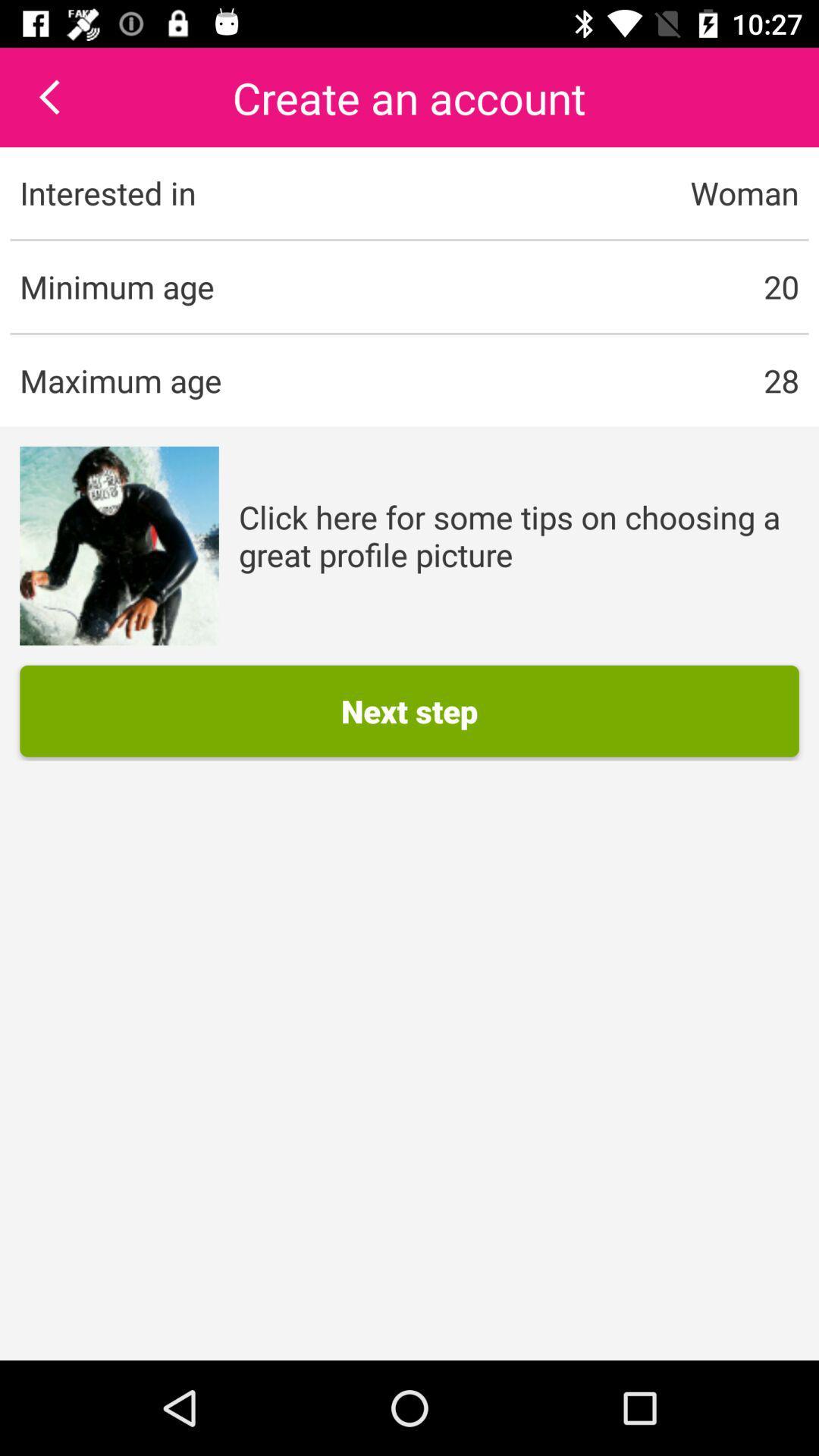 The width and height of the screenshot is (819, 1456). Describe the element at coordinates (518, 535) in the screenshot. I see `the item above next step button` at that location.